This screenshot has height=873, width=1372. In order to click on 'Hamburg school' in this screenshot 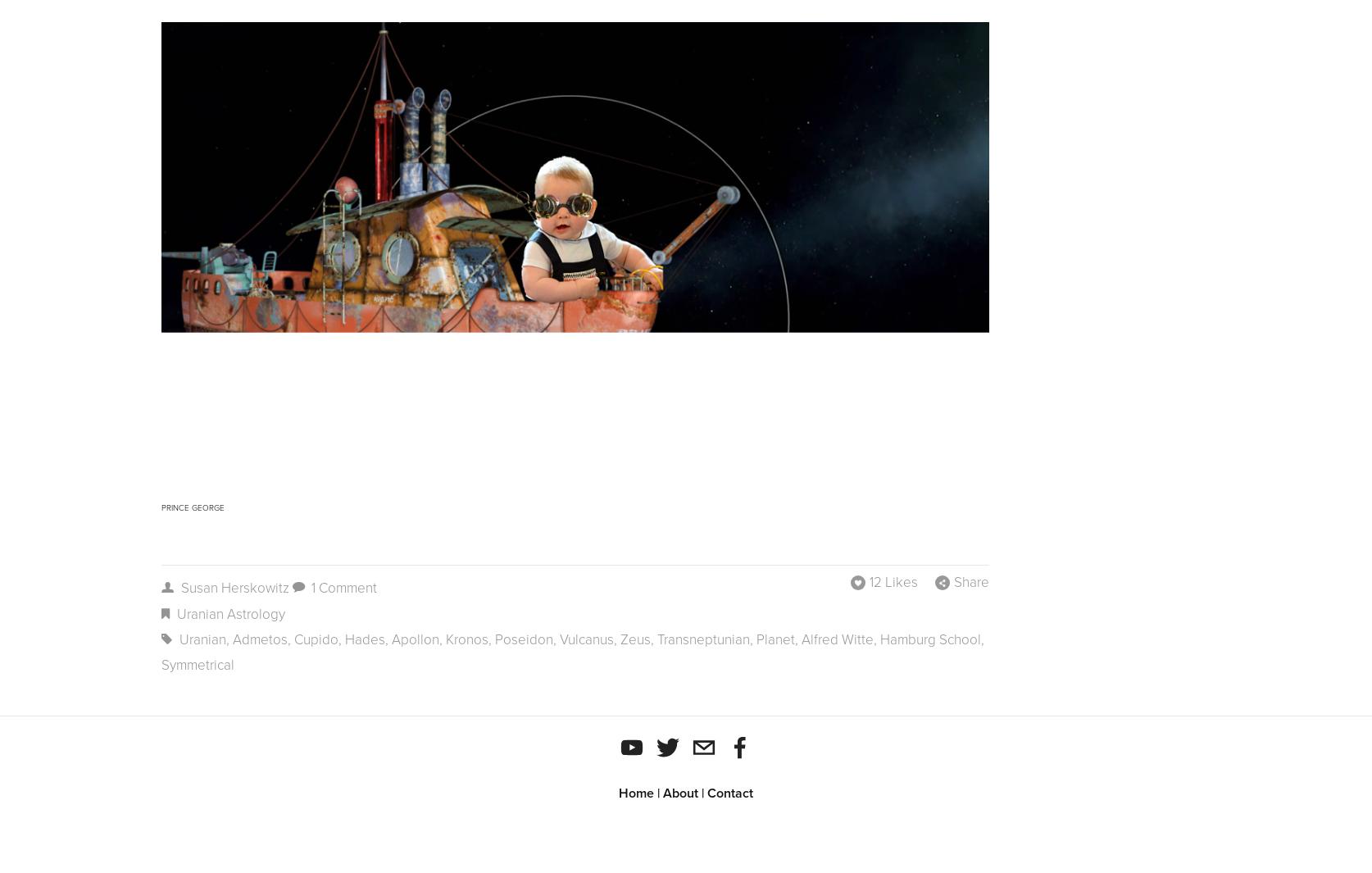, I will do `click(929, 639)`.